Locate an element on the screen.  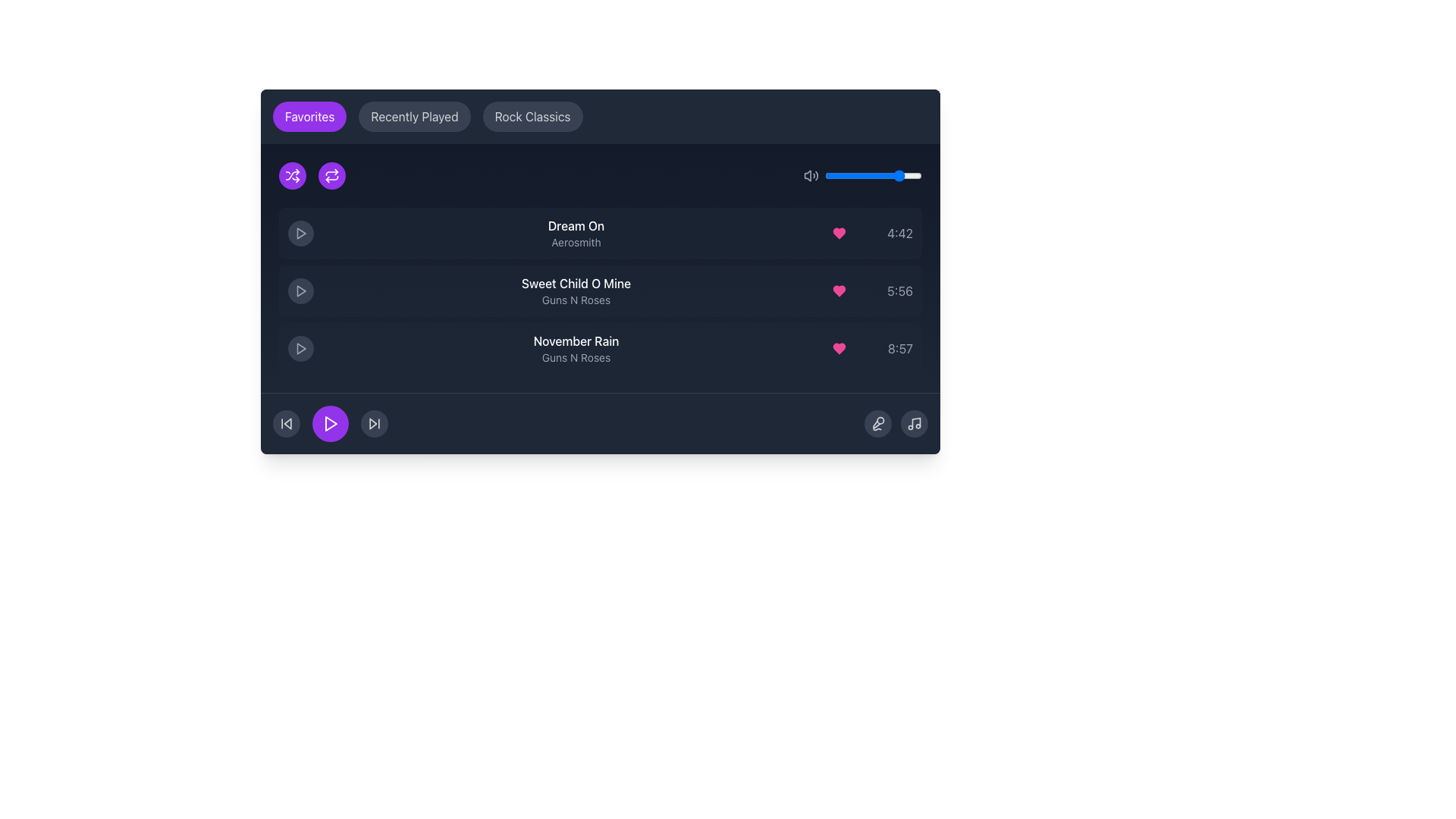
the play button located in the bottom center of the interface, positioned between the rewind and fast-forward buttons, to initiate music or media playback is located at coordinates (330, 424).